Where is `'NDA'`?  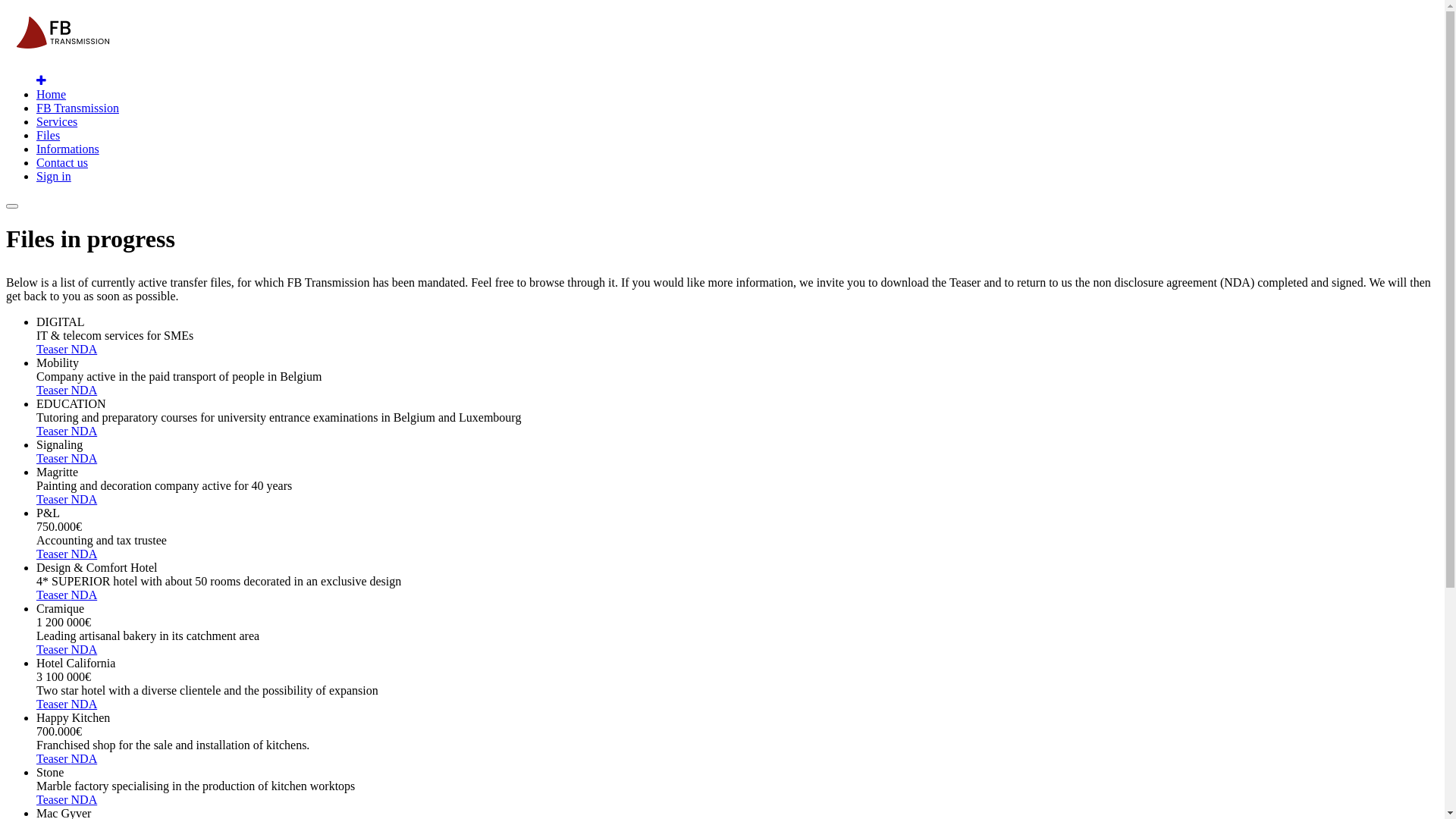
'NDA' is located at coordinates (83, 648).